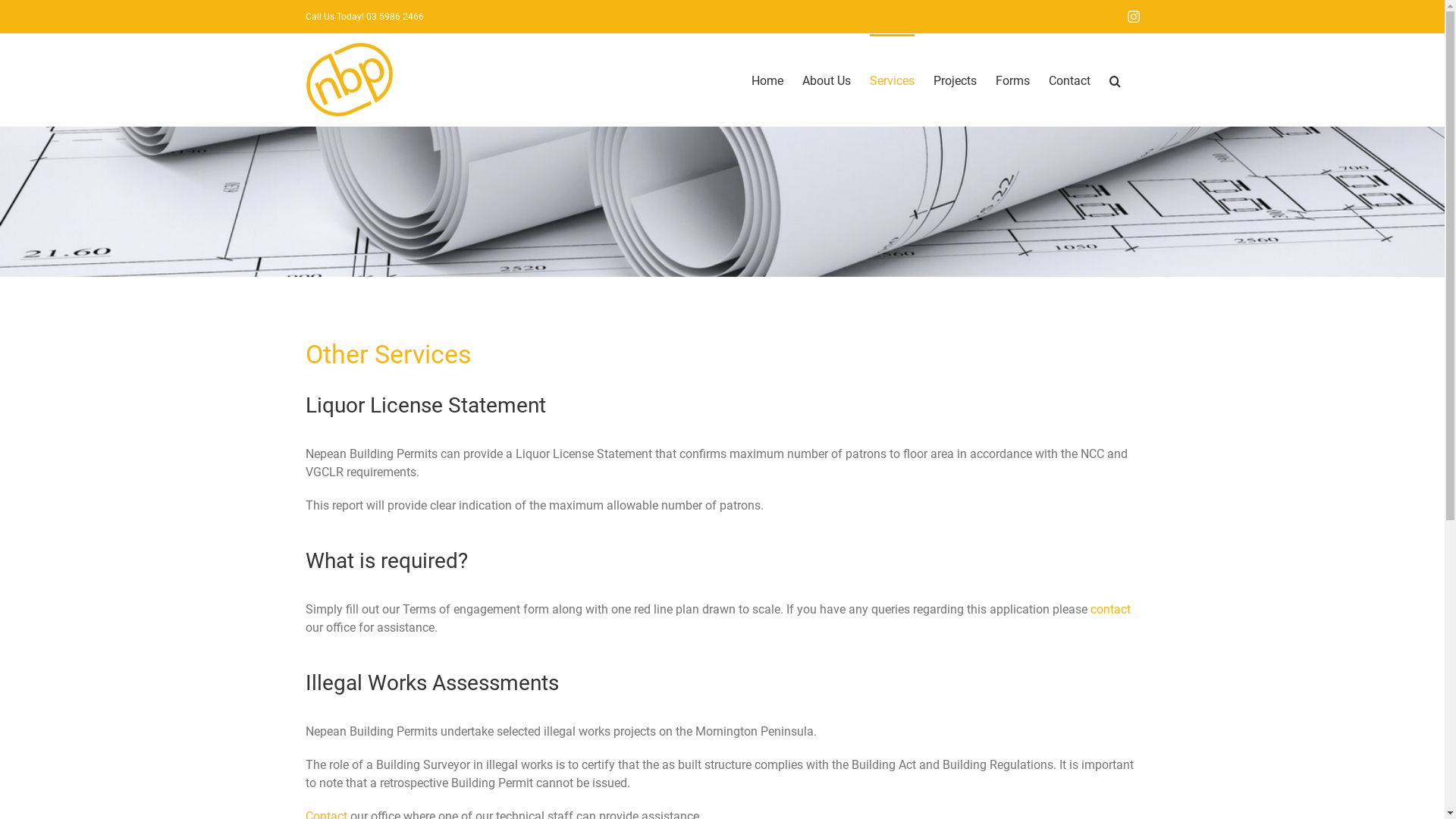  What do you see at coordinates (825, 79) in the screenshot?
I see `'About Us'` at bounding box center [825, 79].